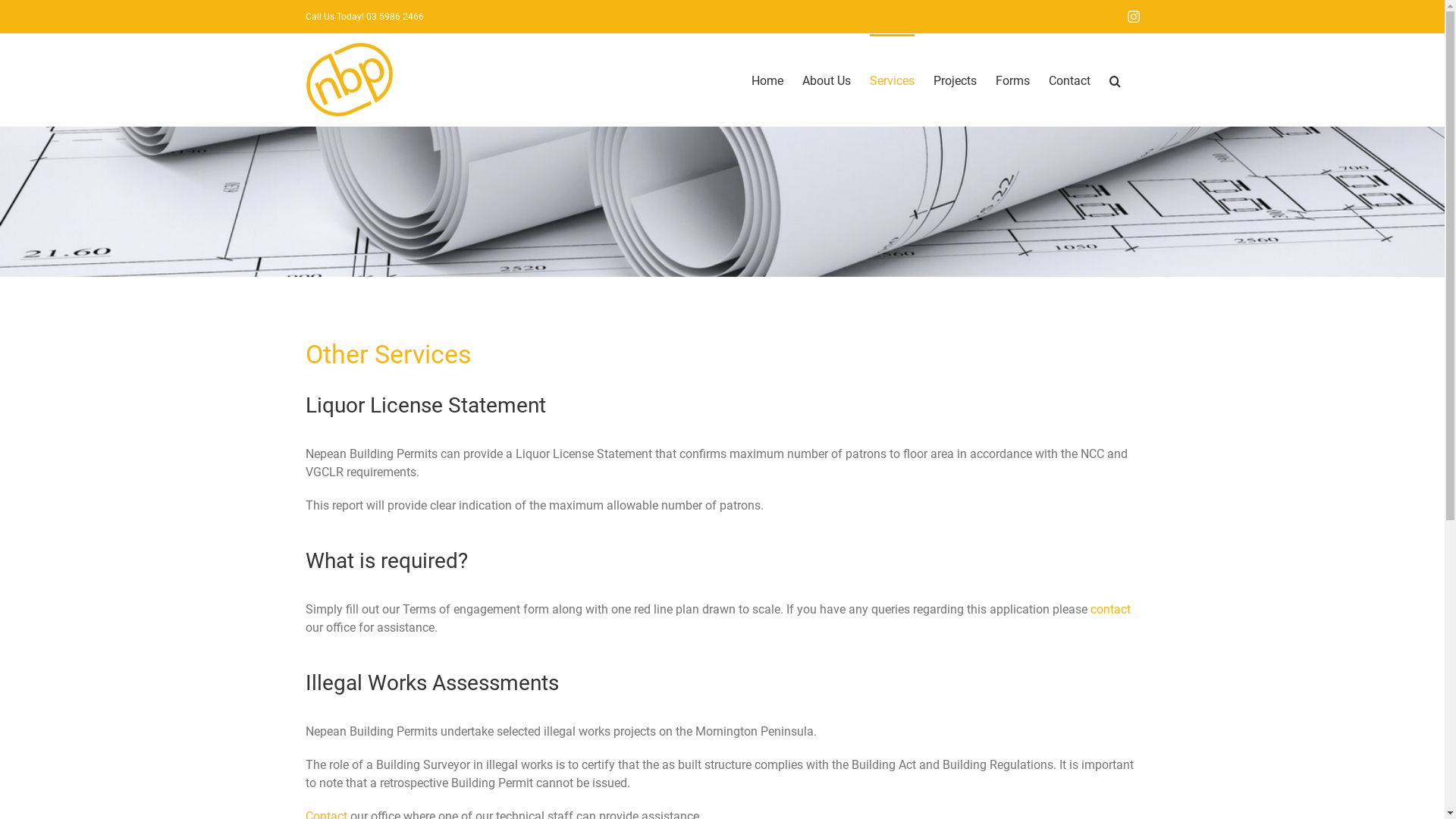  What do you see at coordinates (825, 79) in the screenshot?
I see `'About Us'` at bounding box center [825, 79].